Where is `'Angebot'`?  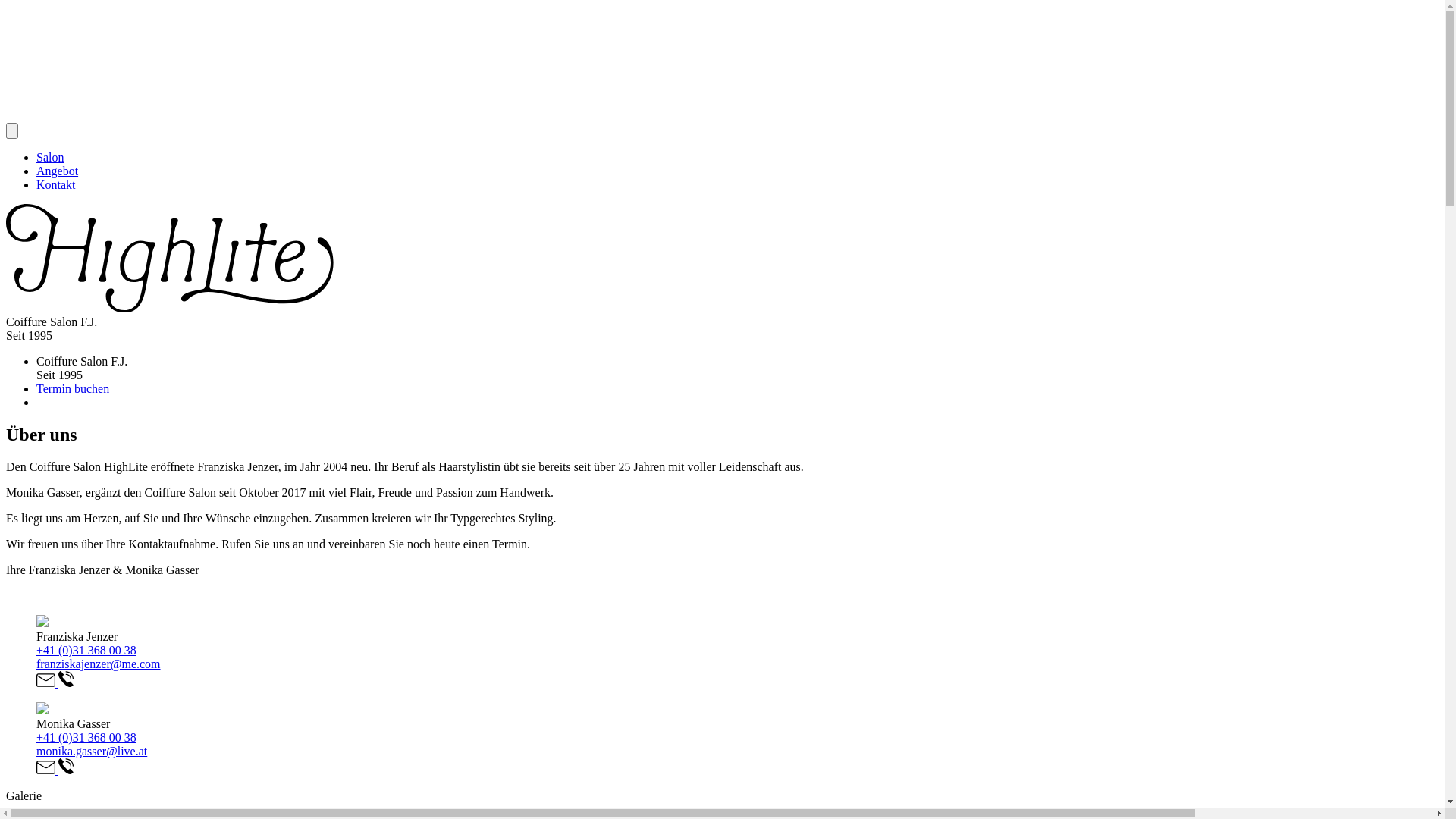 'Angebot' is located at coordinates (36, 171).